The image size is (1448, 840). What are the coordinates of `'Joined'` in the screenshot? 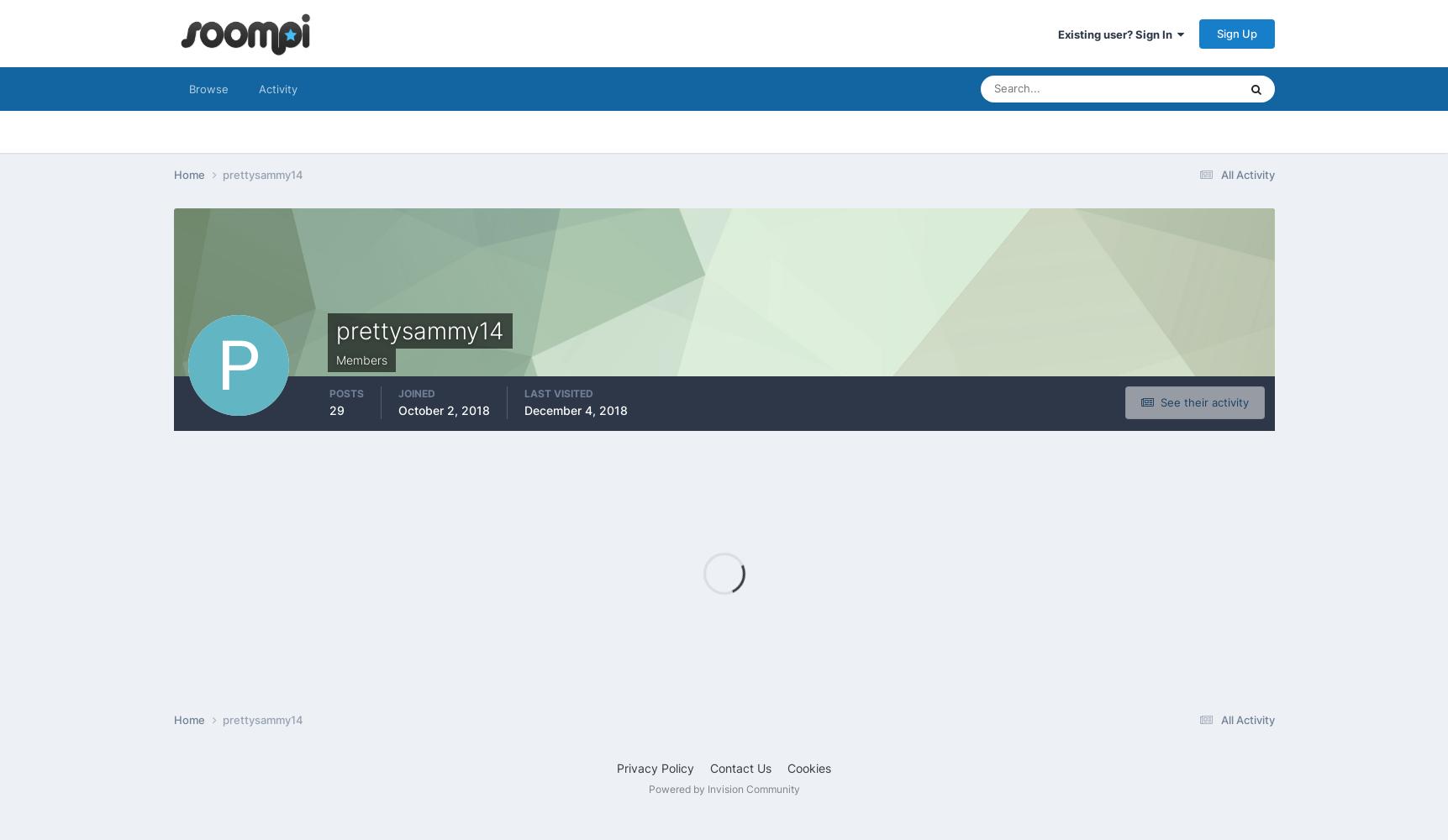 It's located at (415, 392).